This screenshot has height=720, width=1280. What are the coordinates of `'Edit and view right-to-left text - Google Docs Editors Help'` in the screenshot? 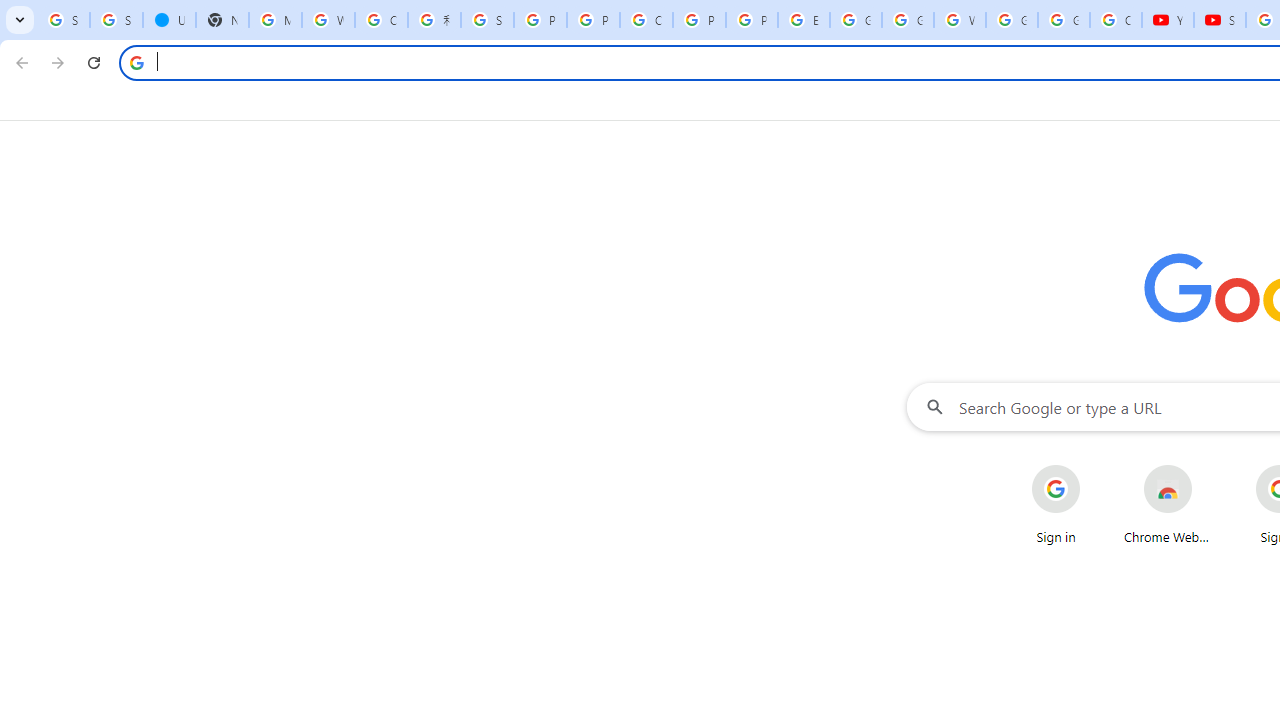 It's located at (803, 20).